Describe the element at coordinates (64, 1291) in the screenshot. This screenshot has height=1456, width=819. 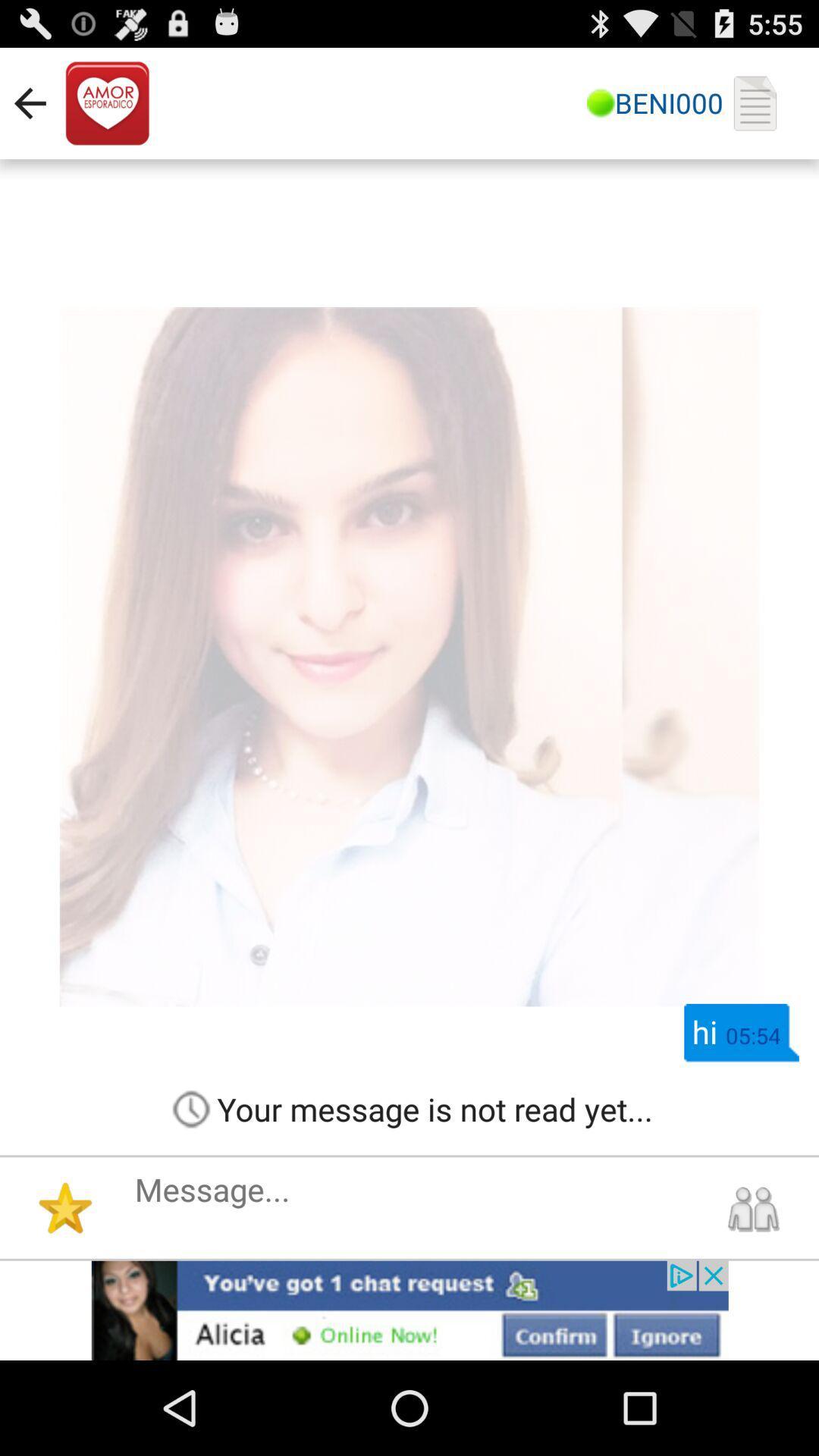
I see `the star icon` at that location.